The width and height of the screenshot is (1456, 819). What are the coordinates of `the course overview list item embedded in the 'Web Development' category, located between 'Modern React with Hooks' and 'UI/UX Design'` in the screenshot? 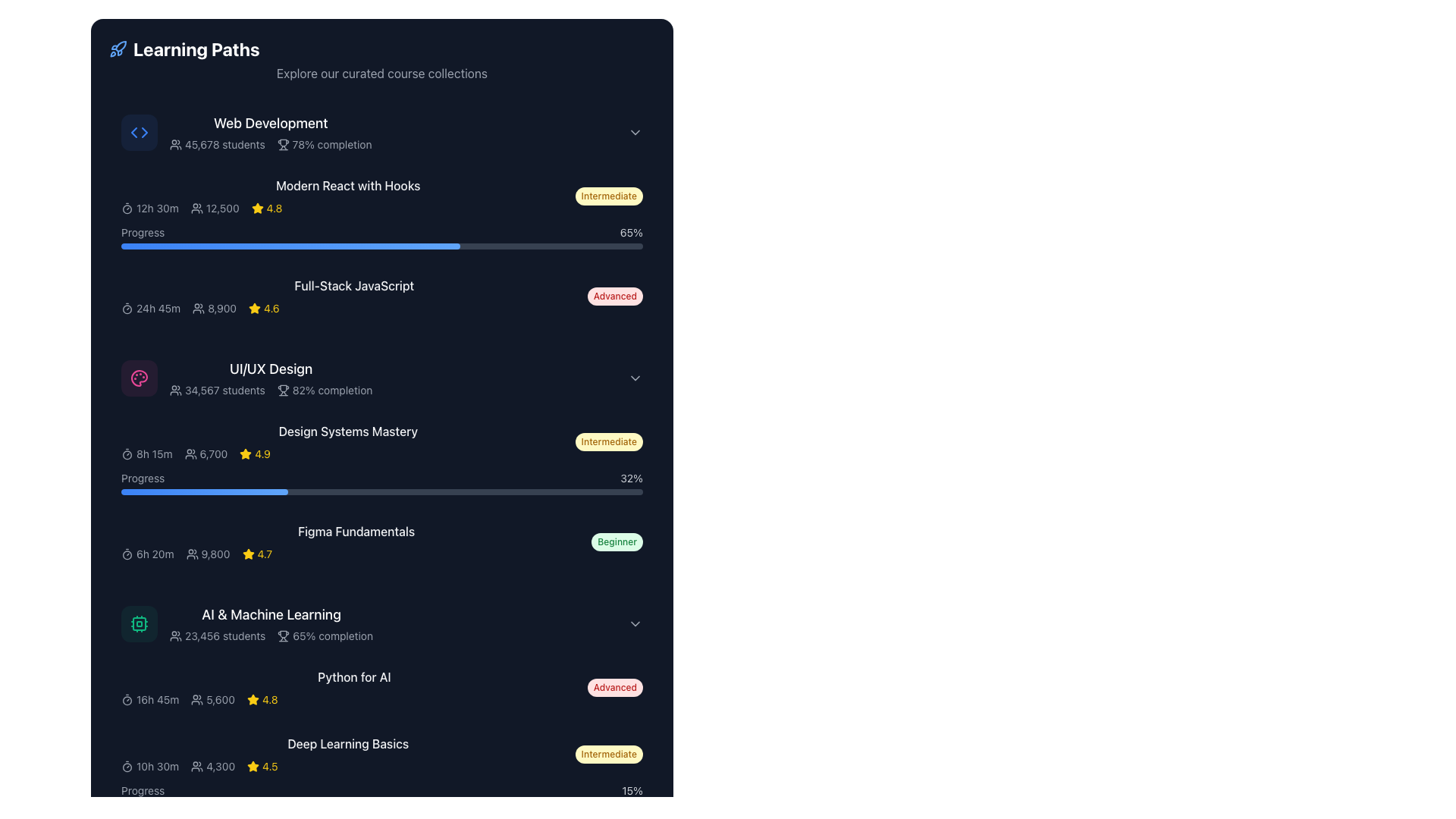 It's located at (382, 296).